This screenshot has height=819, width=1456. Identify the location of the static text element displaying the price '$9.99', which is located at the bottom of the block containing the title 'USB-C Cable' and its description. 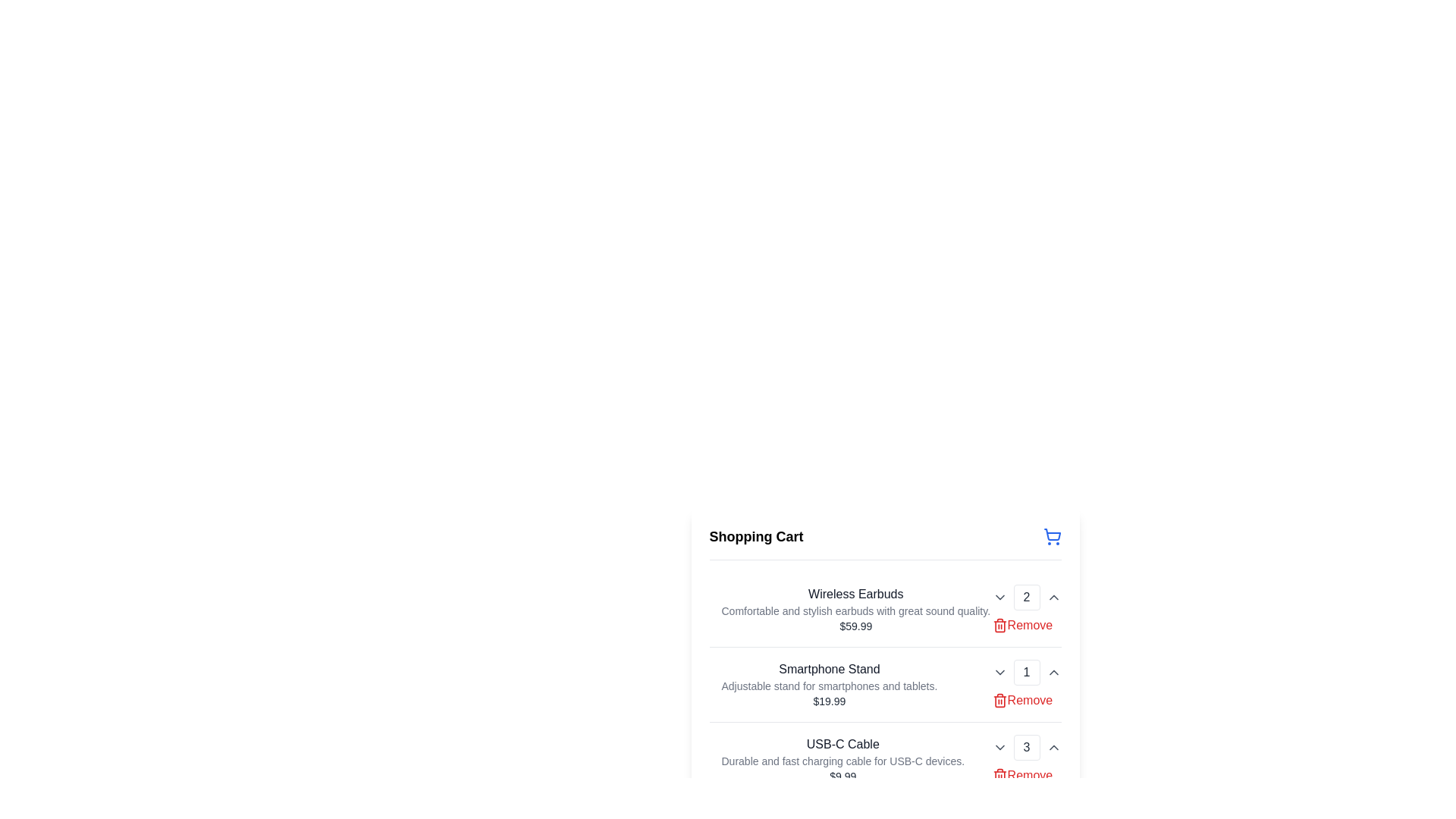
(842, 776).